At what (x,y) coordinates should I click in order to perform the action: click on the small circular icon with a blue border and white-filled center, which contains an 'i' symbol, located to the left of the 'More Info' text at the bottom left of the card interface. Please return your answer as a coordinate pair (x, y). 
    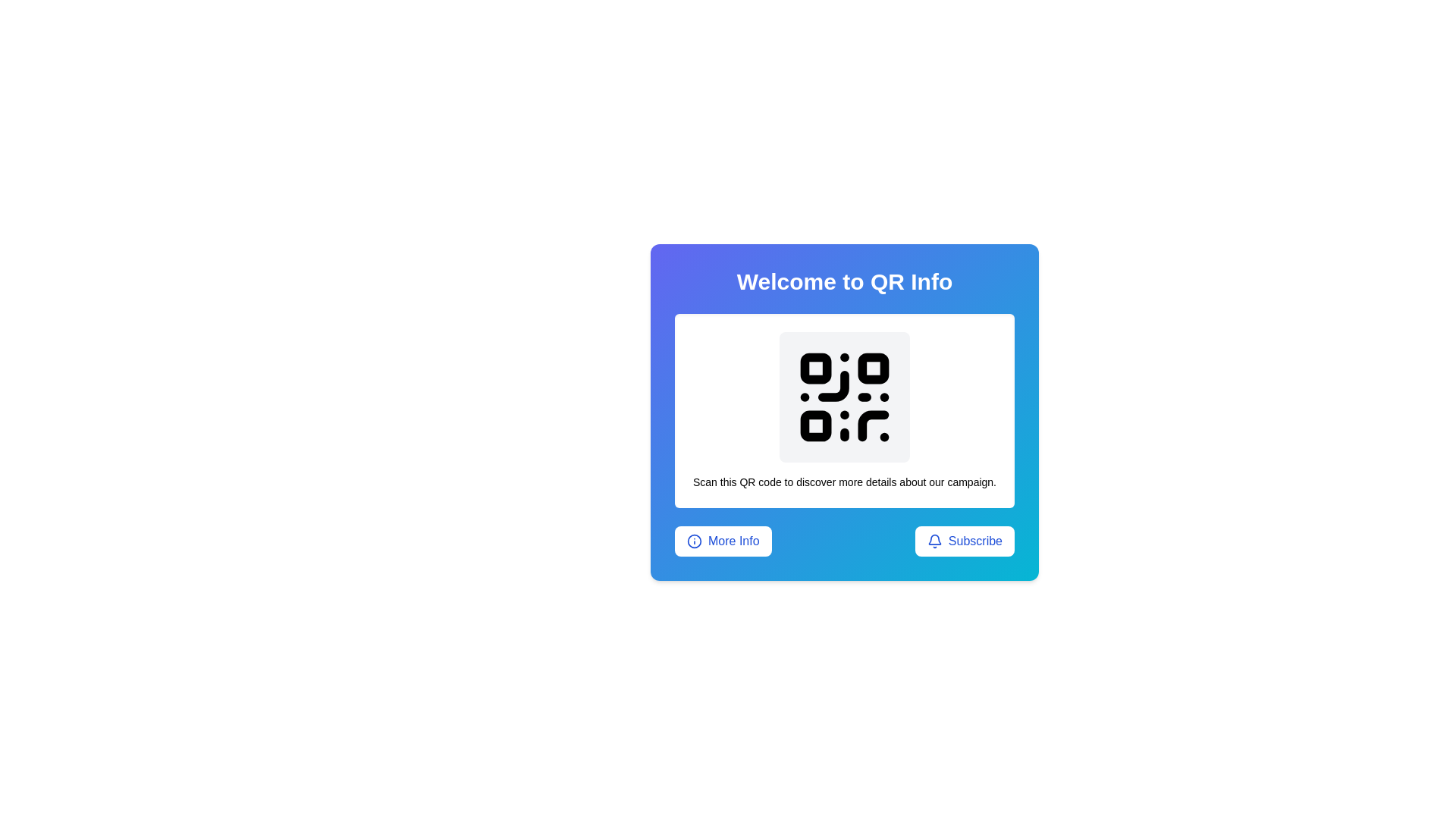
    Looking at the image, I should click on (694, 540).